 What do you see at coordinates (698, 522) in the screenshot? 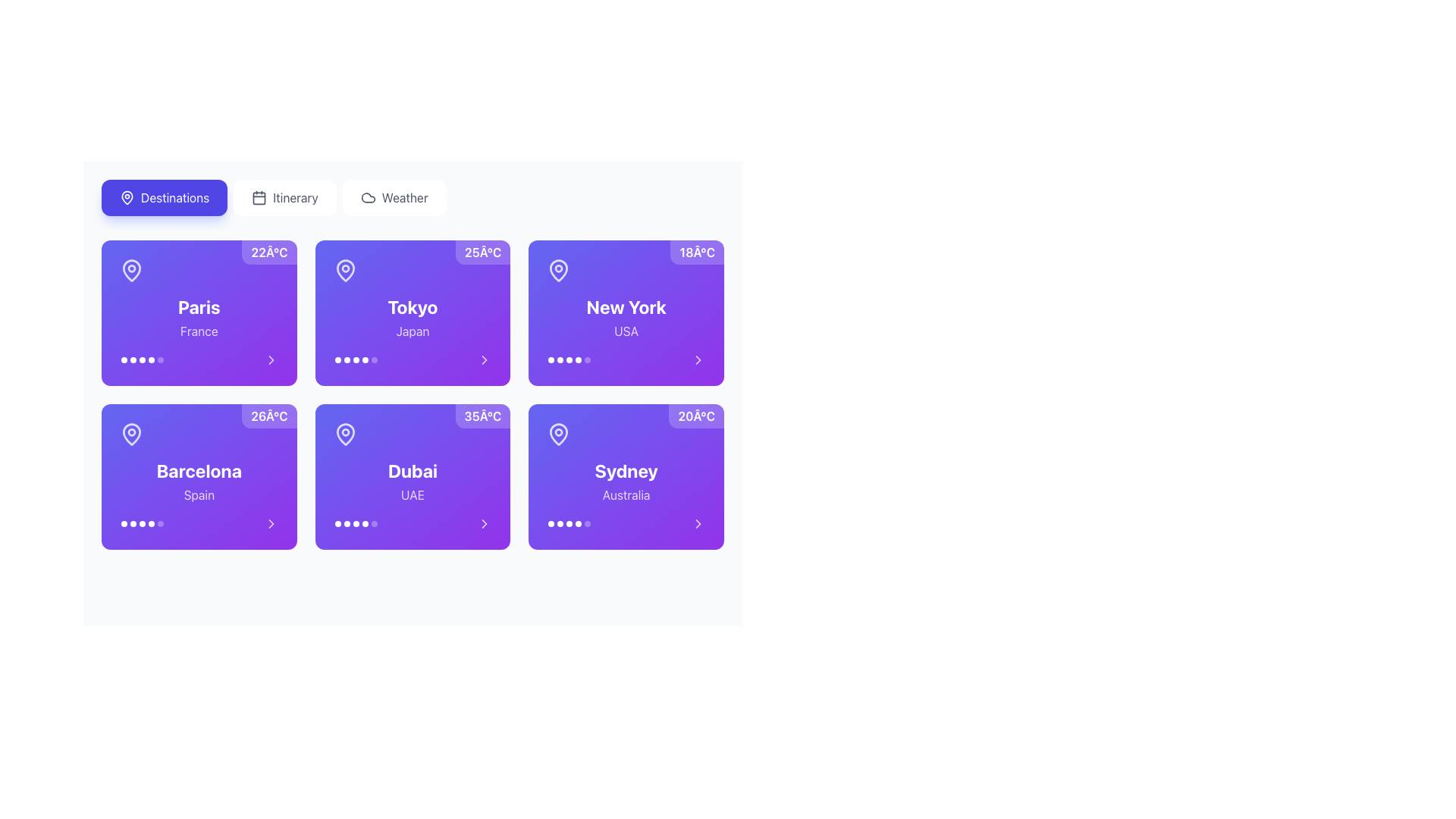
I see `the navigation button (SVG-based icon) located in the bottom right corner of the 'Sydney' card to proceed to the next section or details` at bounding box center [698, 522].